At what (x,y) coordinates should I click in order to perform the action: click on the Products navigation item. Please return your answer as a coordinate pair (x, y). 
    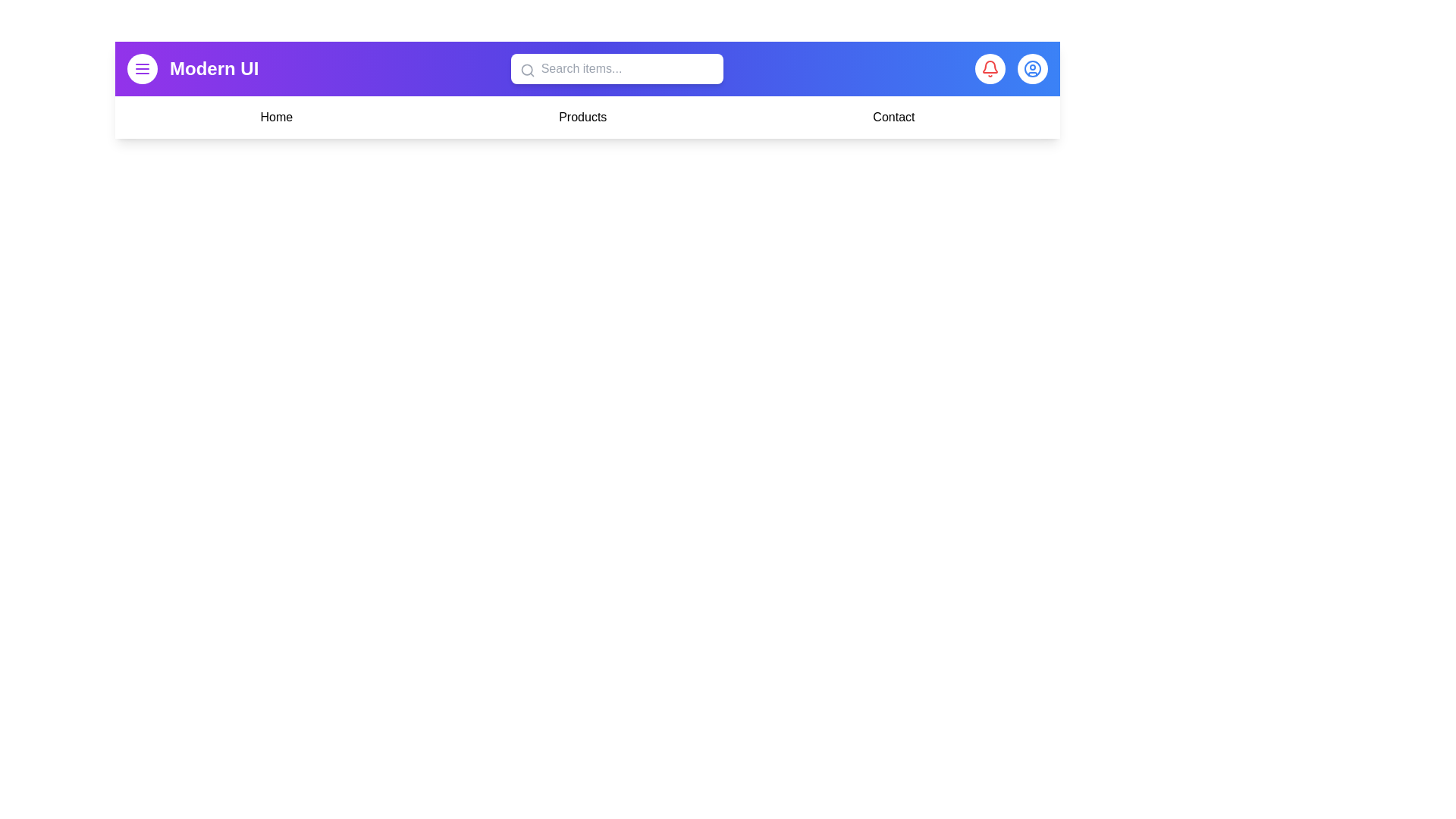
    Looking at the image, I should click on (582, 116).